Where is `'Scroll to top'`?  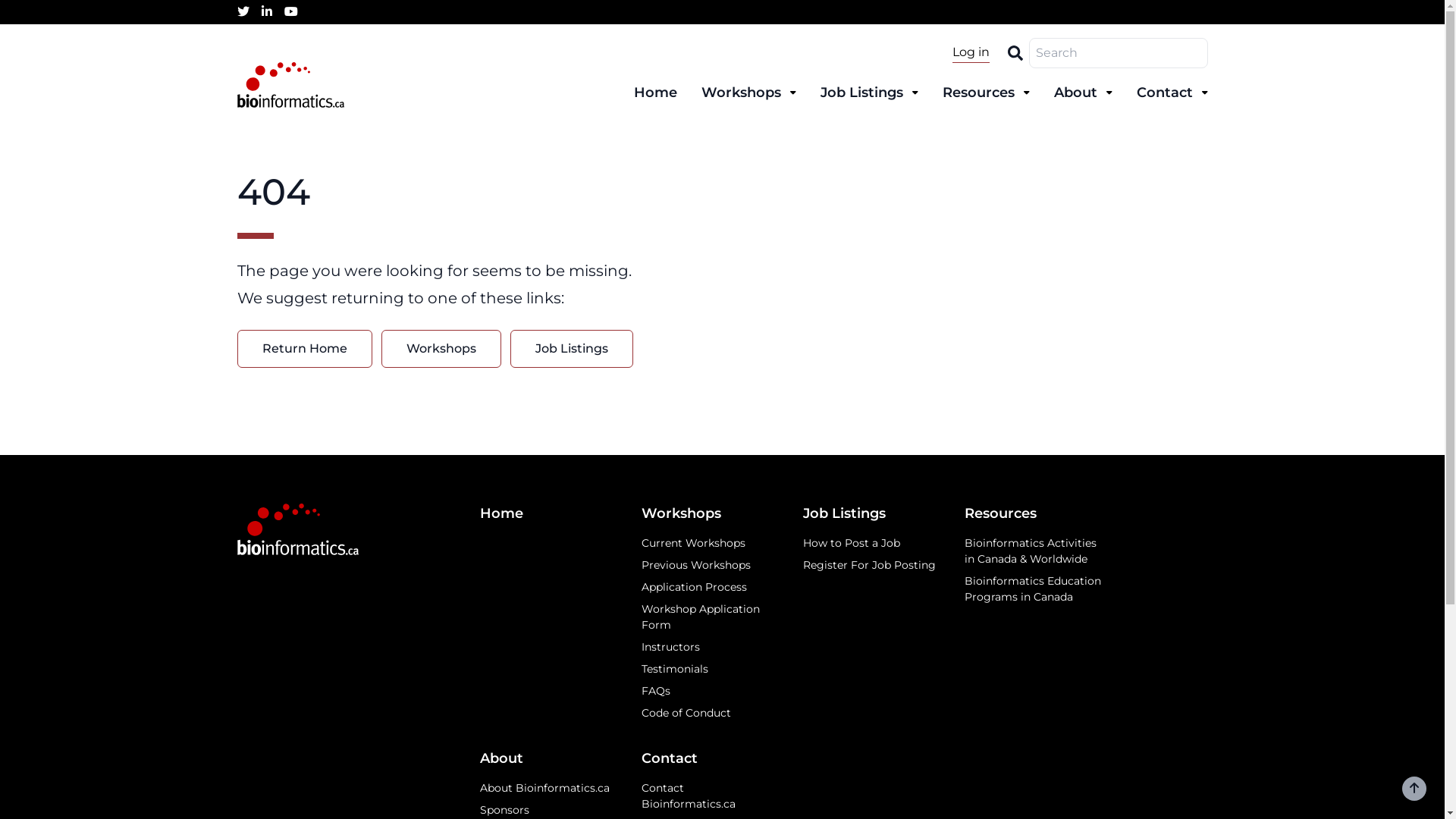
'Scroll to top' is located at coordinates (1414, 788).